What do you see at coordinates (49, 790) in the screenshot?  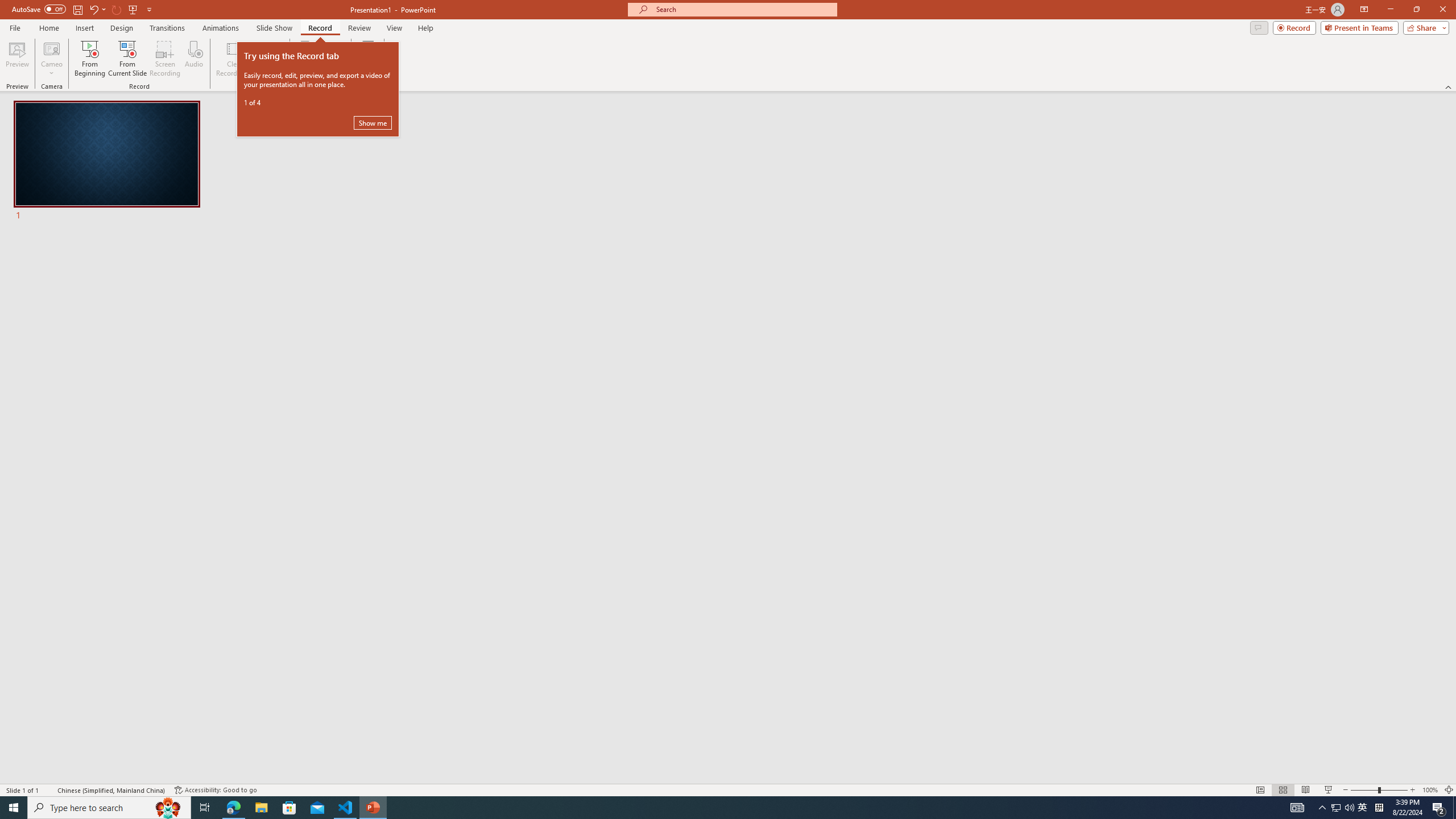 I see `'Spell Check '` at bounding box center [49, 790].